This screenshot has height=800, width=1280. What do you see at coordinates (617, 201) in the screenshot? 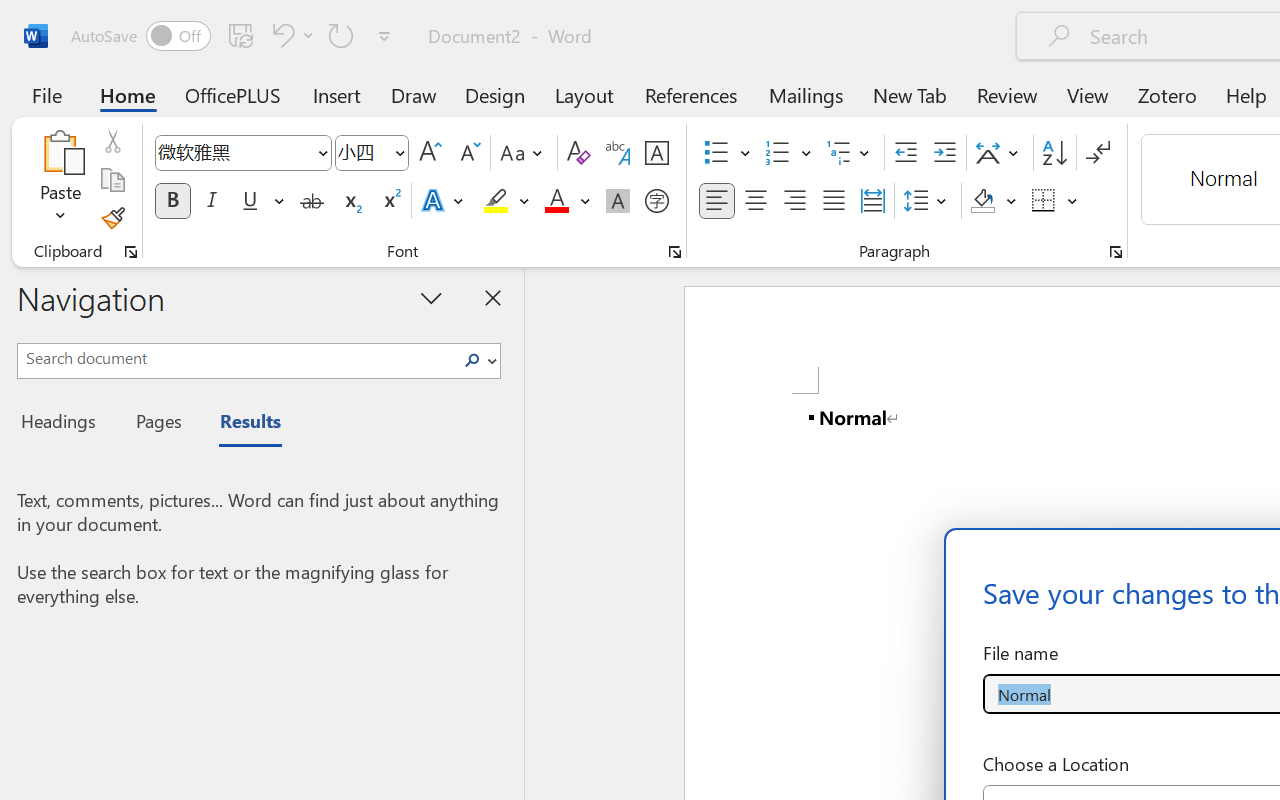
I see `'Character Shading'` at bounding box center [617, 201].